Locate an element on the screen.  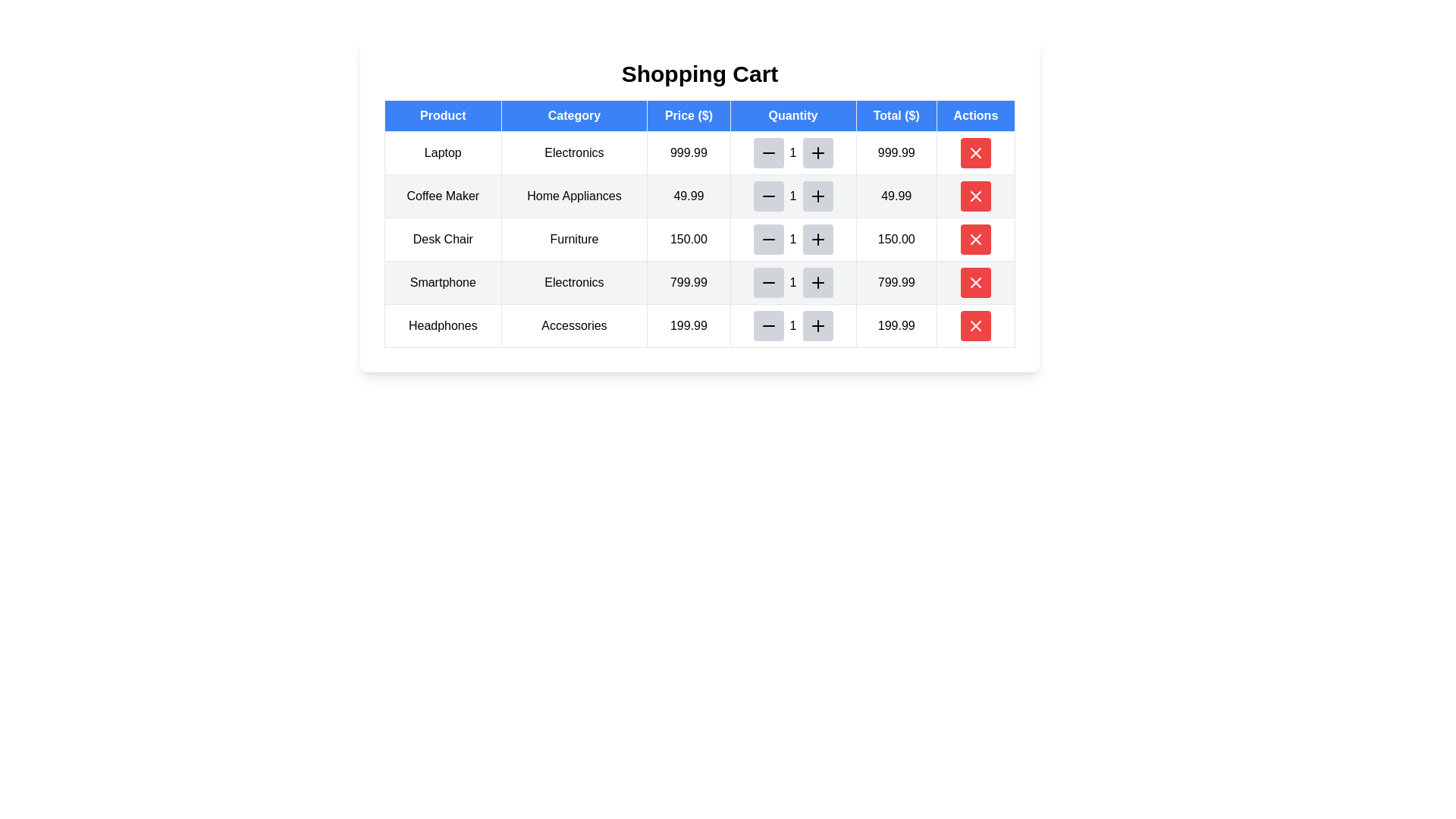
the red square button with rounded corners and a white 'X' icon located in the 'Actions' column of the shopping cart table for 'Headphones' is located at coordinates (975, 325).